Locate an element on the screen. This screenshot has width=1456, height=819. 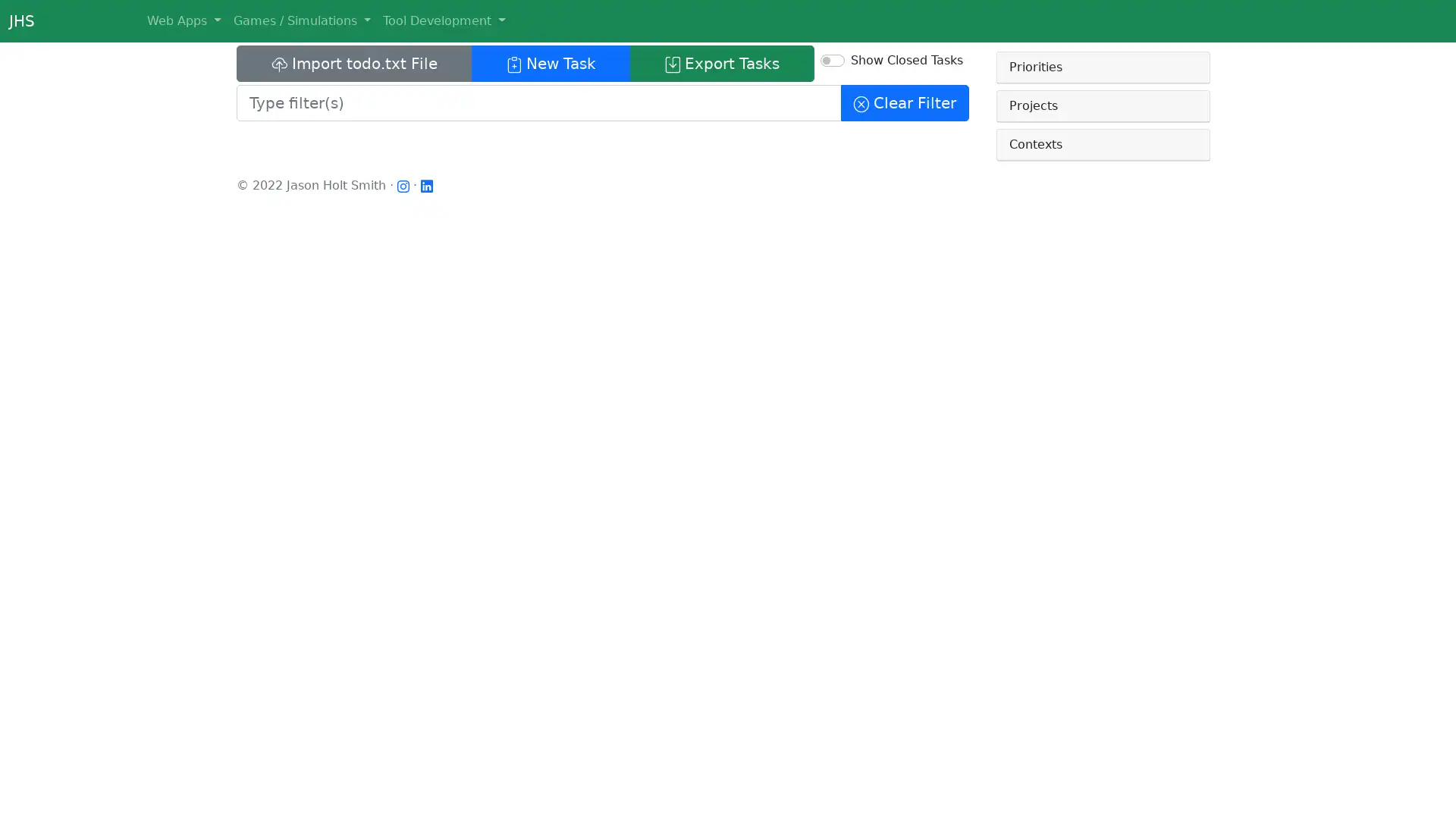
Choose File is located at coordinates (276, 96).